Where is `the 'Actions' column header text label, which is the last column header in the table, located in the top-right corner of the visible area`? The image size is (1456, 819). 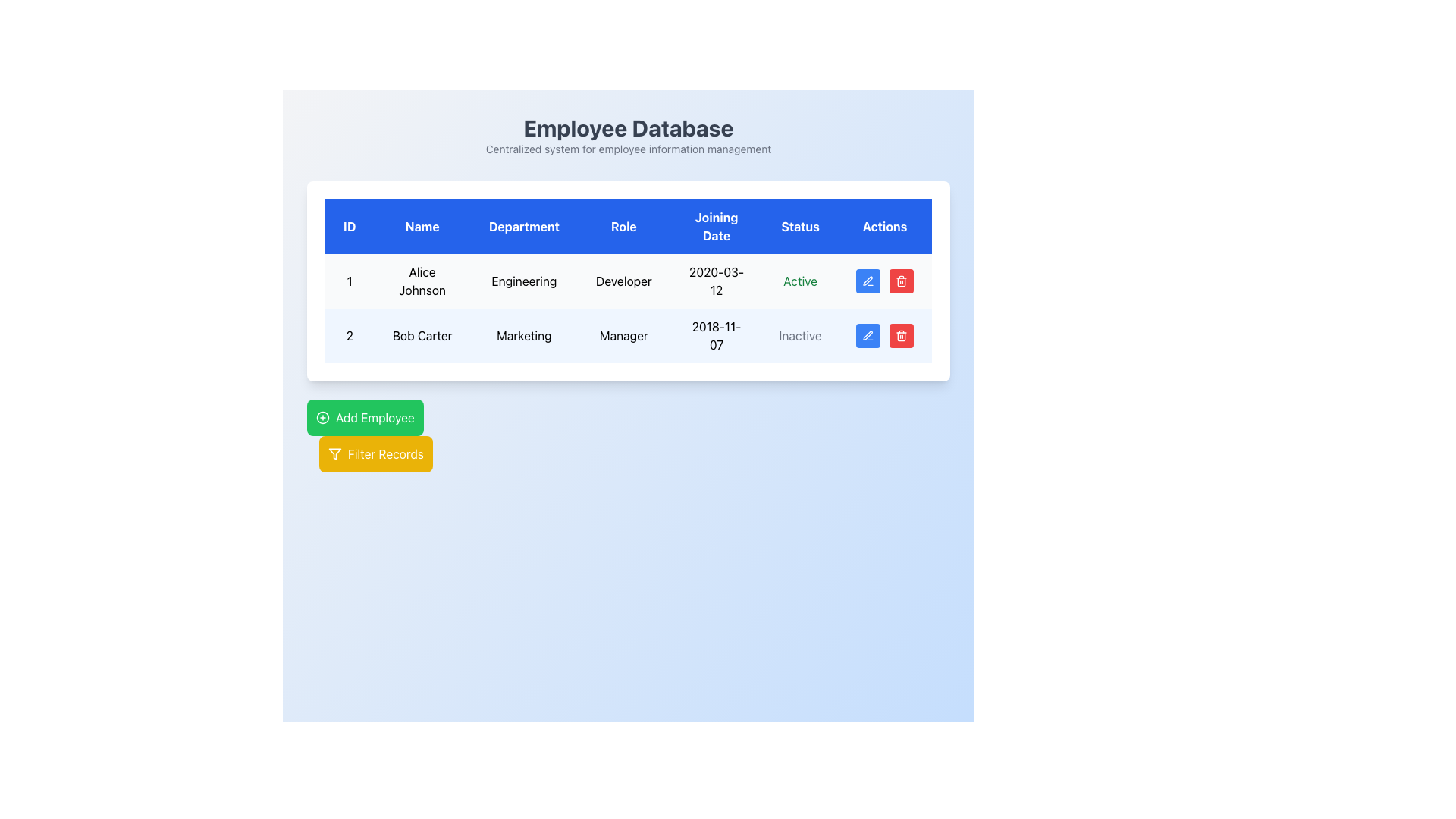
the 'Actions' column header text label, which is the last column header in the table, located in the top-right corner of the visible area is located at coordinates (884, 227).